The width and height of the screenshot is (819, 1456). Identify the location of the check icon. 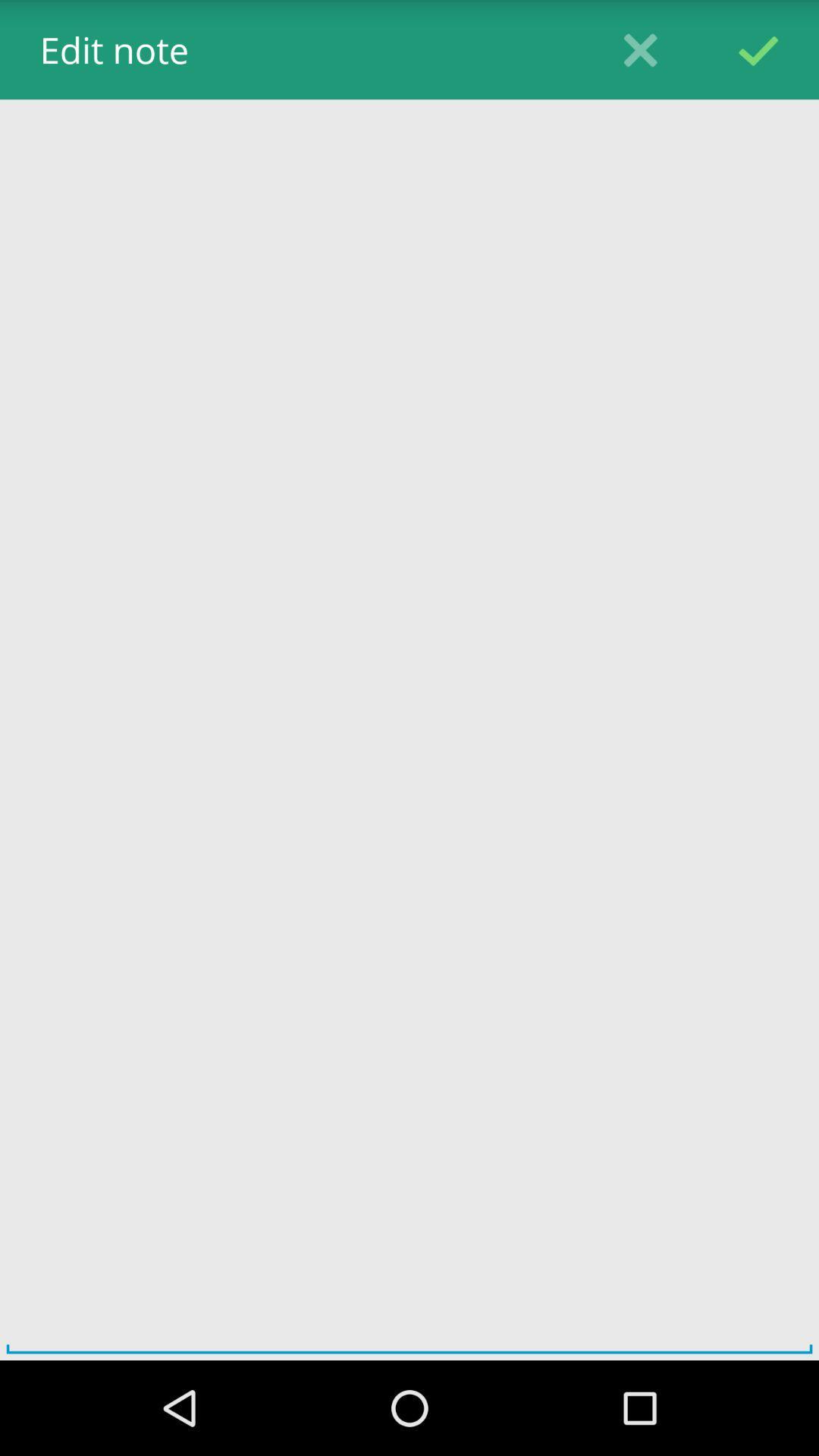
(759, 53).